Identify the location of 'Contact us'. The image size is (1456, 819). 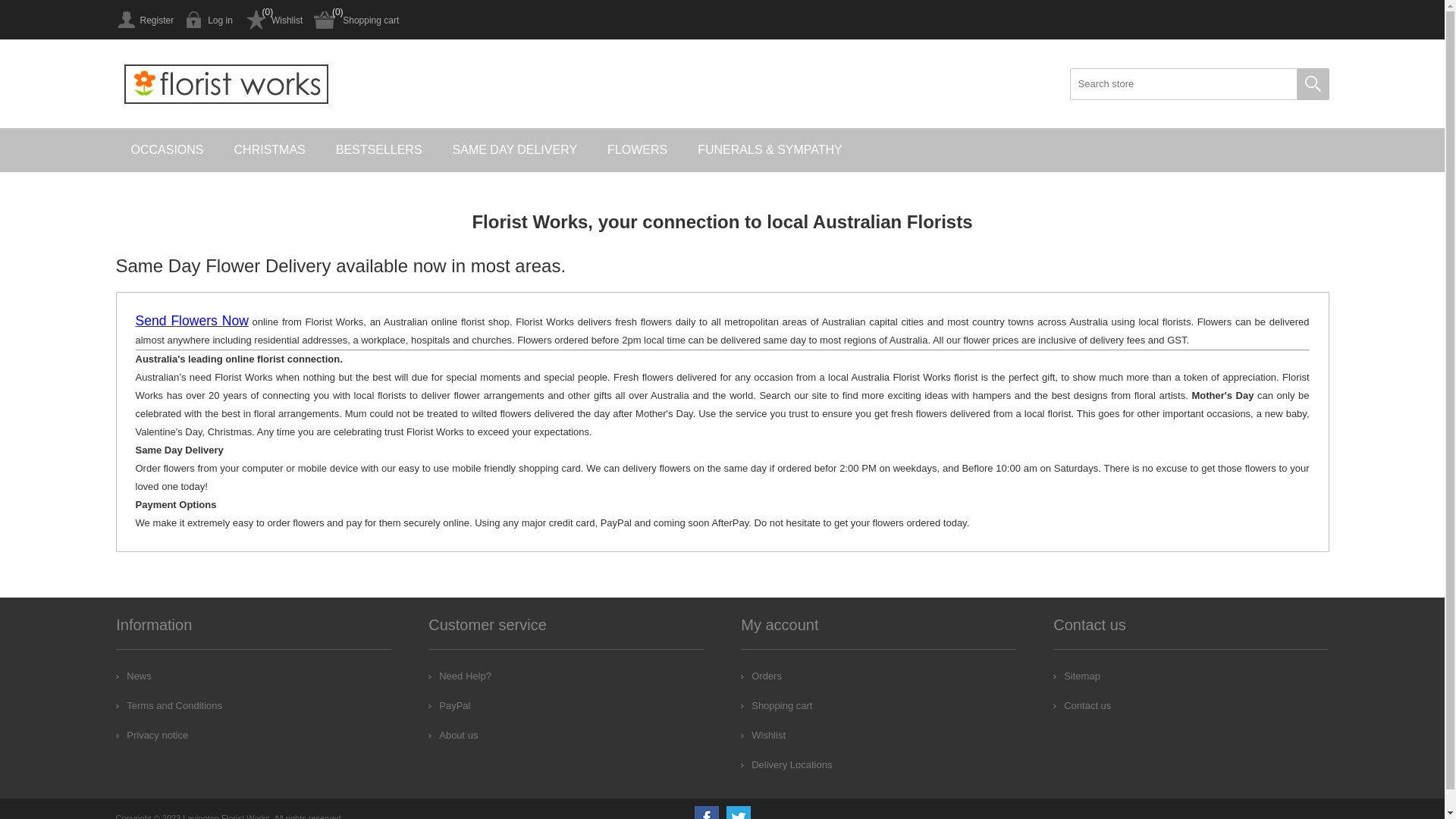
(1081, 705).